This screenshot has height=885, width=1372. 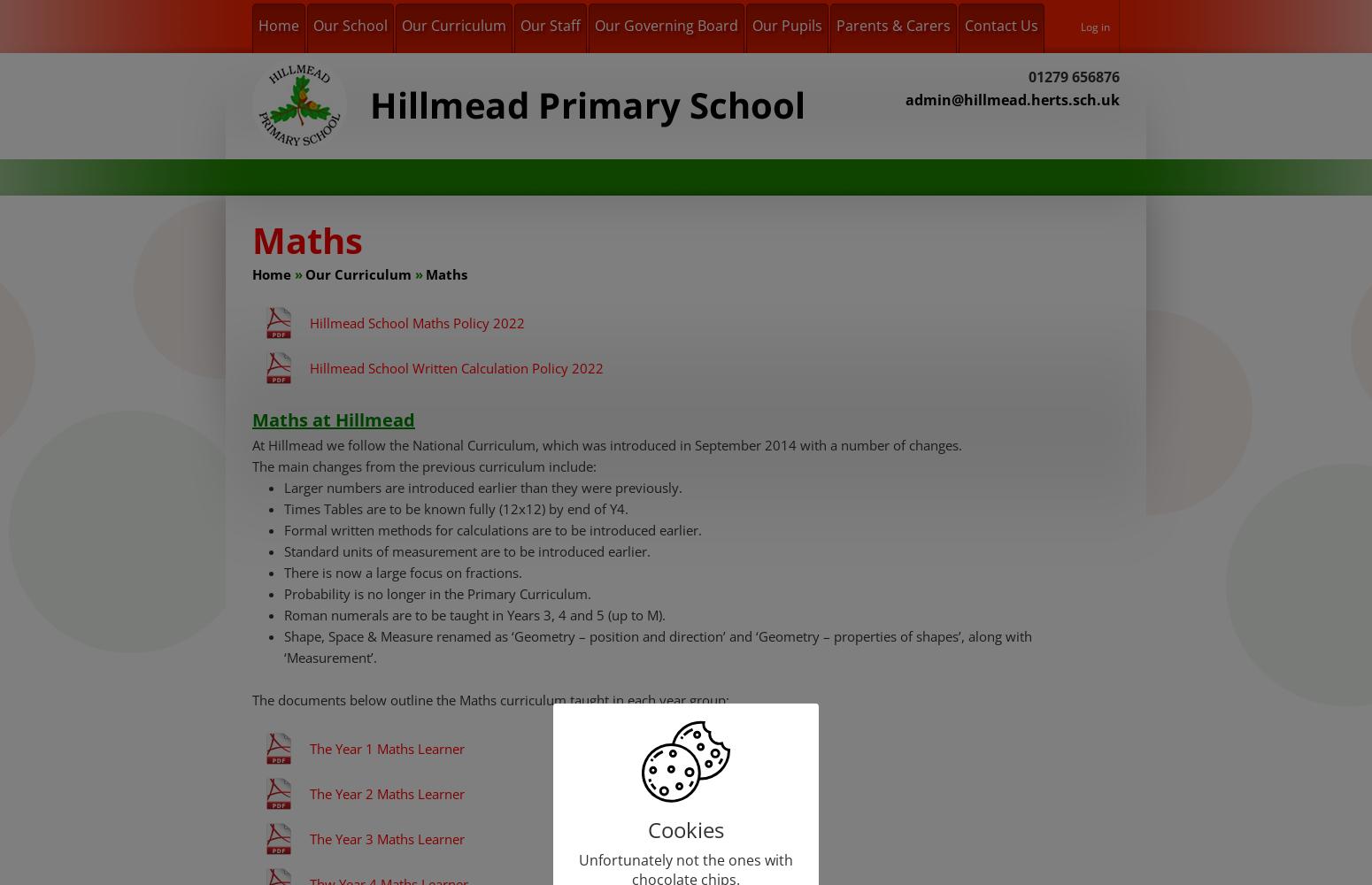 What do you see at coordinates (358, 274) in the screenshot?
I see `'Our Curriculum'` at bounding box center [358, 274].